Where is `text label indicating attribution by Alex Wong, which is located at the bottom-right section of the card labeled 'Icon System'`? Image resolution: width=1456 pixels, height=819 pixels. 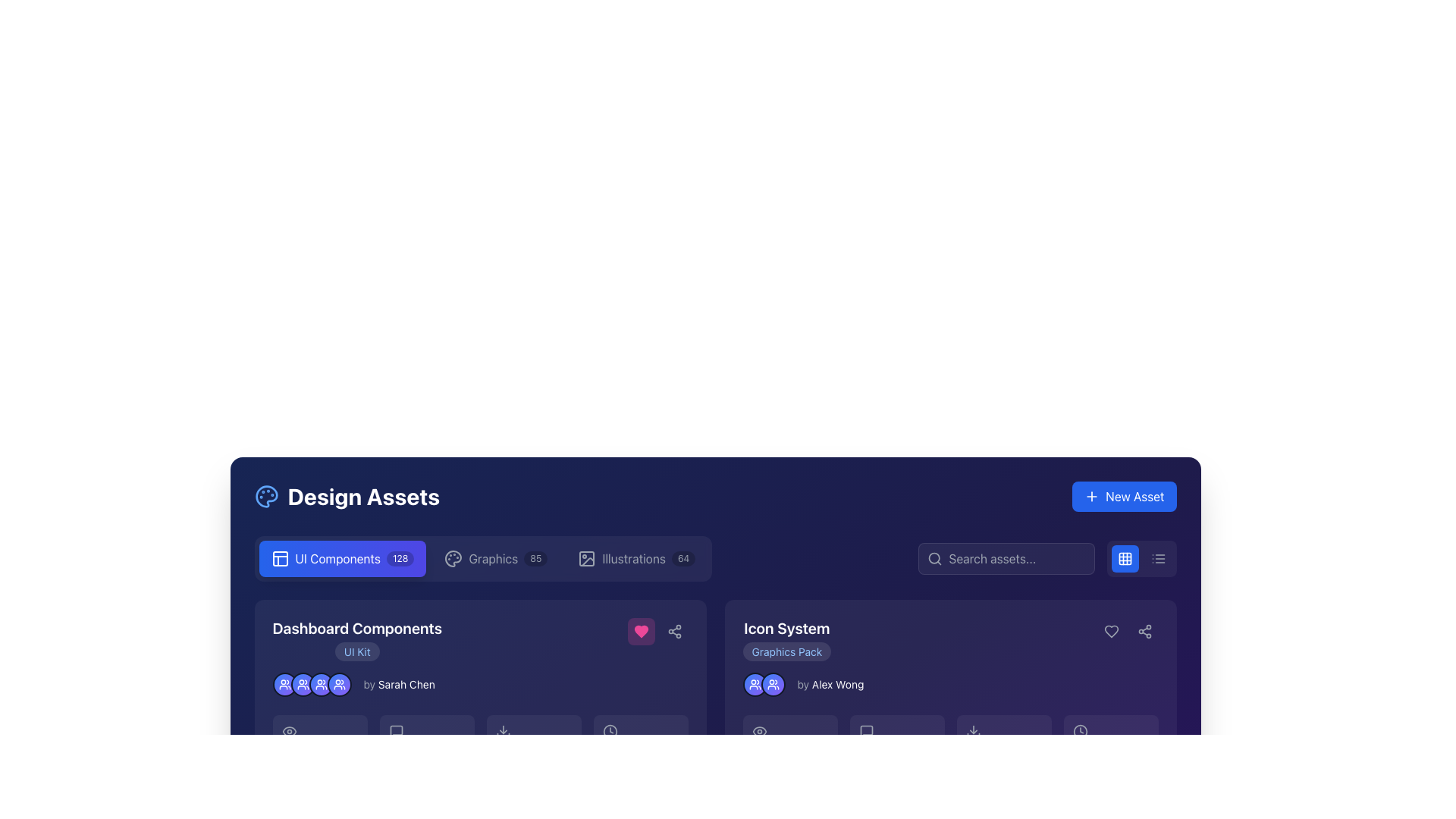
text label indicating attribution by Alex Wong, which is located at the bottom-right section of the card labeled 'Icon System' is located at coordinates (837, 684).